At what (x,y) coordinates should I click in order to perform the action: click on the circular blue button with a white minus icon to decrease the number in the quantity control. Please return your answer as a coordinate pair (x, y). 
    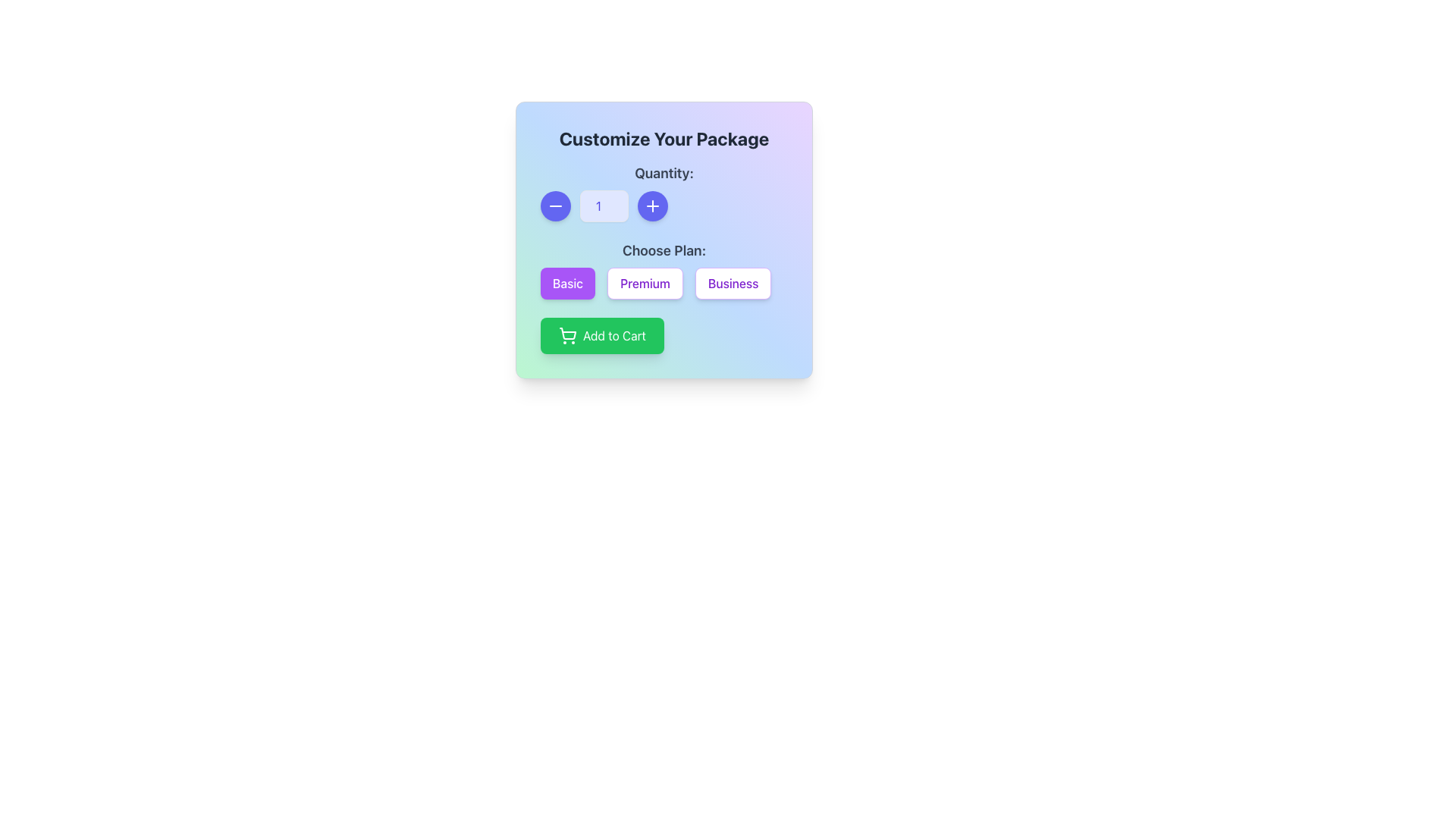
    Looking at the image, I should click on (555, 206).